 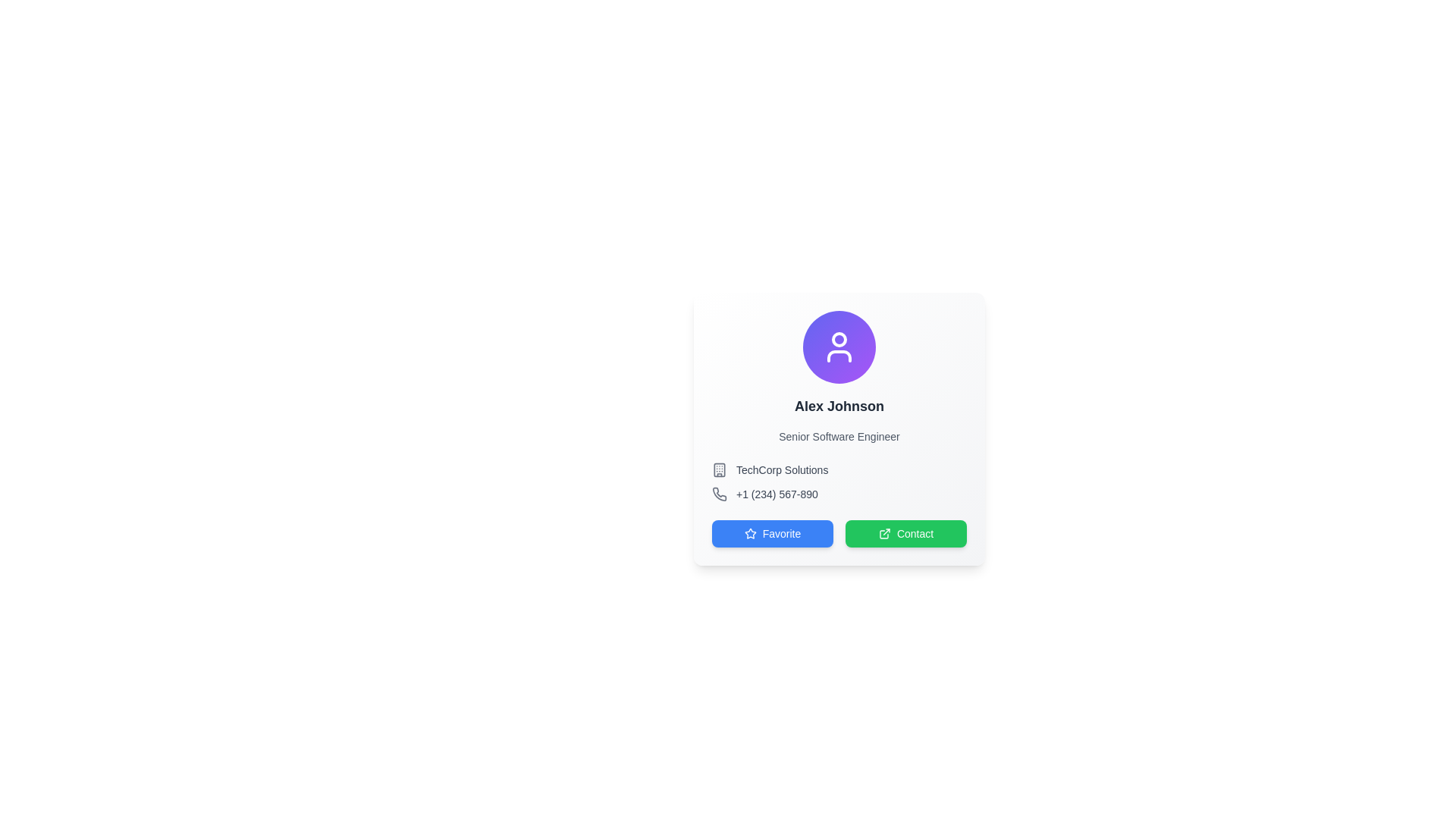 I want to click on the Text Label that displays 'Senior Software Engineer', which is positioned below 'Alex Johnson' in a light gray font within the card-like layout, so click(x=839, y=436).